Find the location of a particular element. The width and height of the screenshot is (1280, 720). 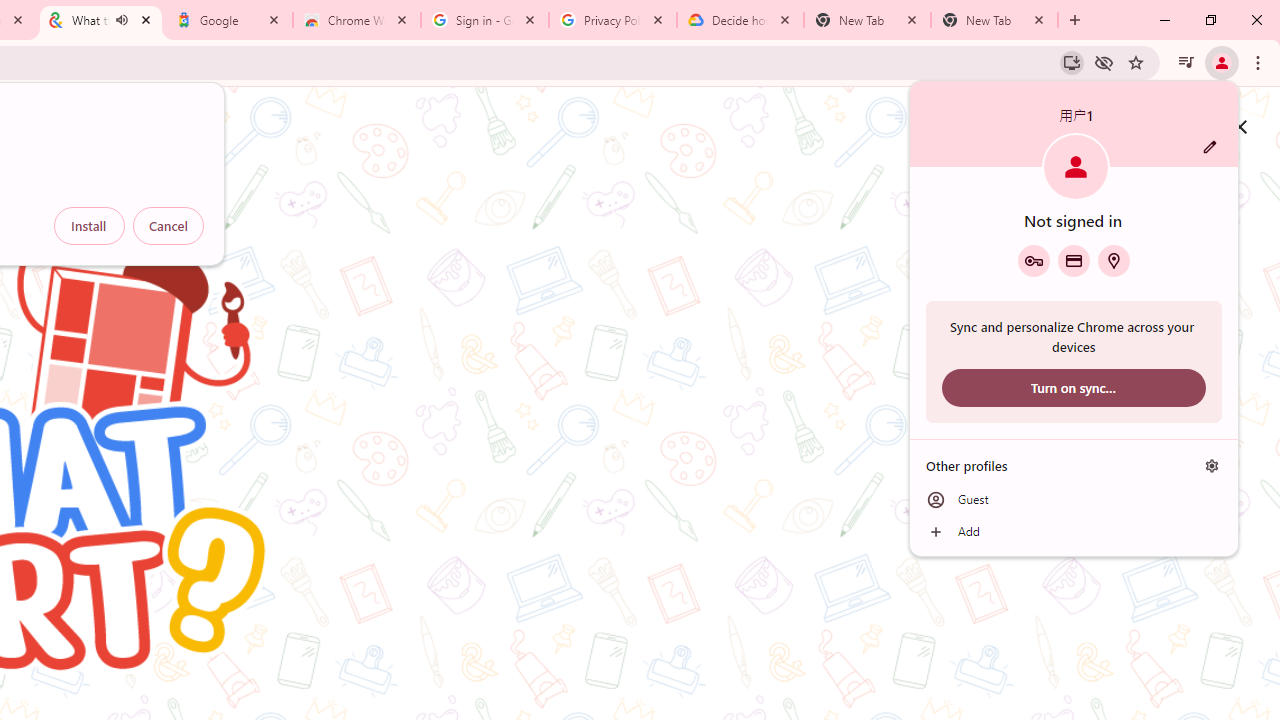

'Customize profile' is located at coordinates (1209, 146).